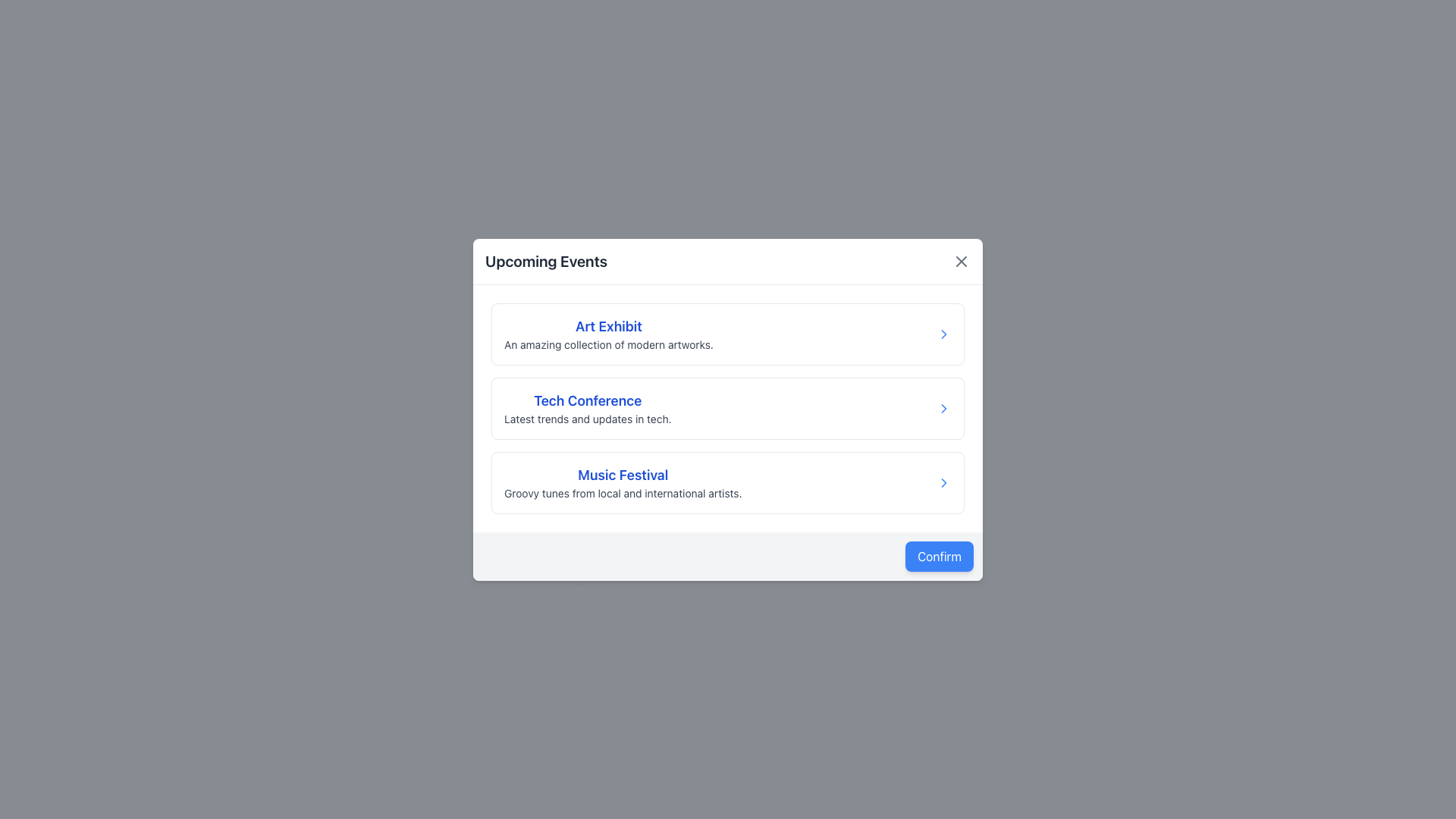  Describe the element at coordinates (943, 332) in the screenshot. I see `the chevron icon located to the far right of the 'Art Exhibit' list item in the 'Upcoming Events' modal` at that location.